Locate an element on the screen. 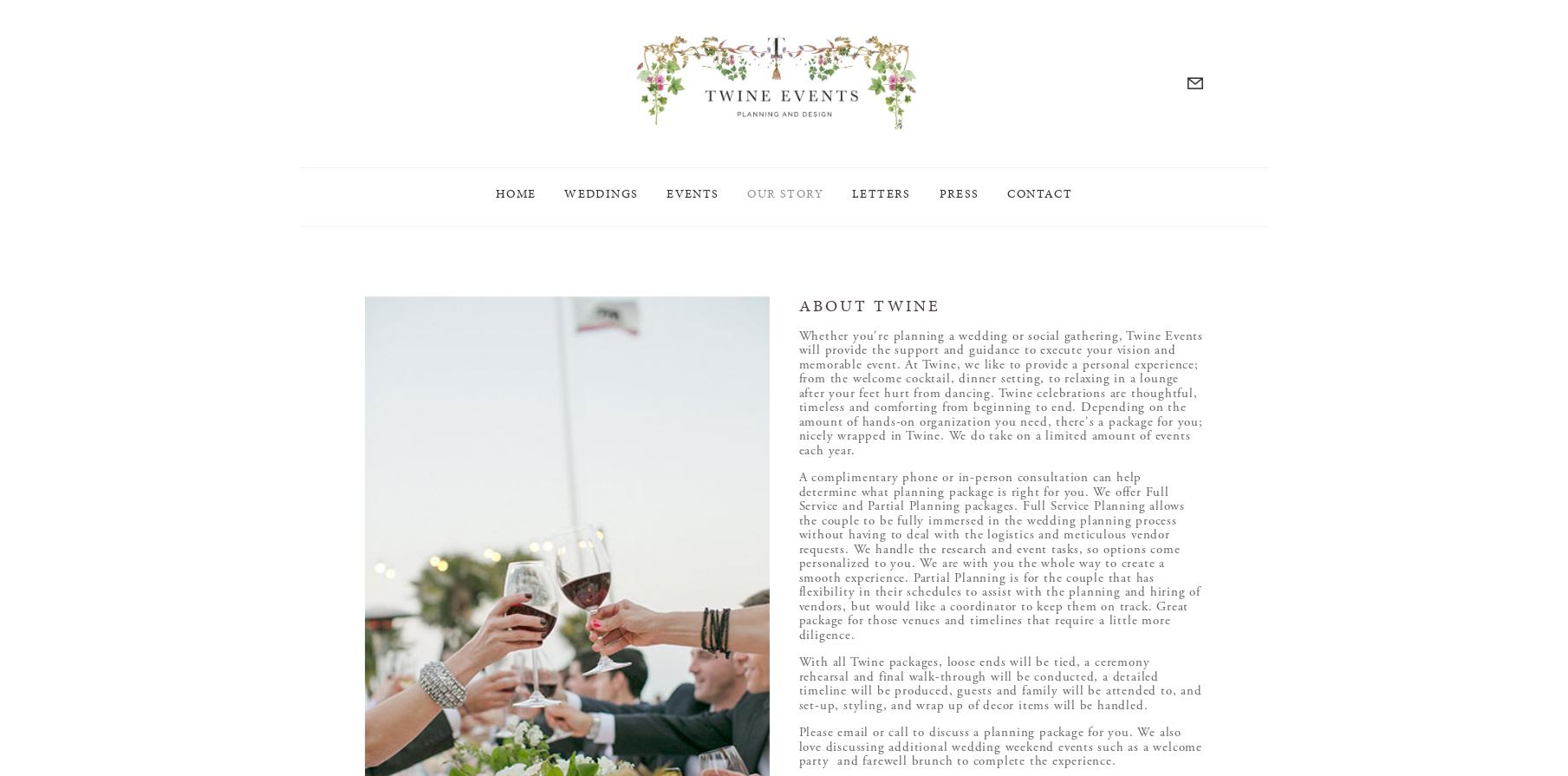 The height and width of the screenshot is (776, 1568). 'EVENTS' is located at coordinates (692, 206).